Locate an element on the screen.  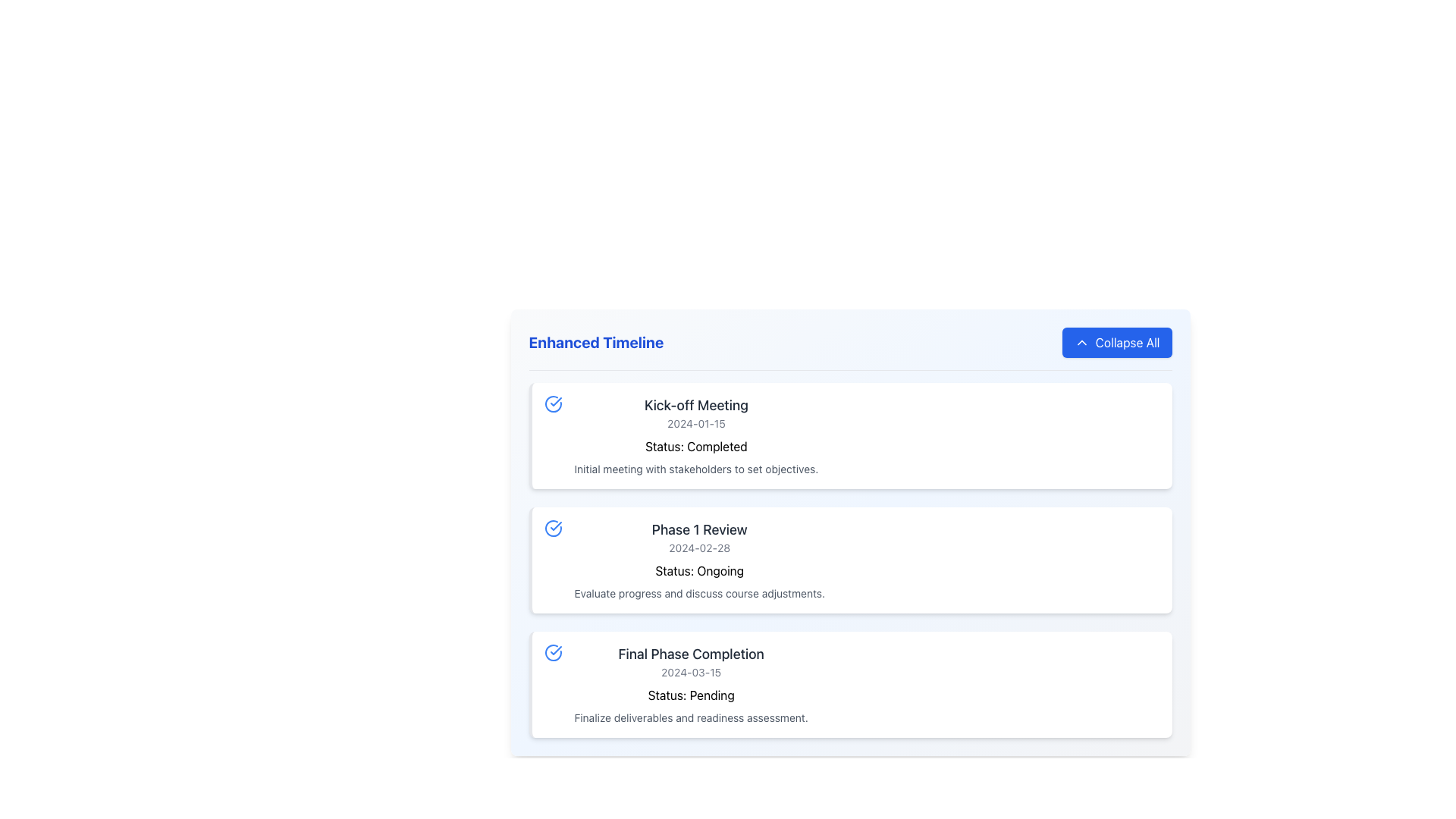
the text displaying '2024-03-15' within the 'Final Phase Completion' informational card, which is located beneath the title and above the 'Status: Pending' text is located at coordinates (690, 672).